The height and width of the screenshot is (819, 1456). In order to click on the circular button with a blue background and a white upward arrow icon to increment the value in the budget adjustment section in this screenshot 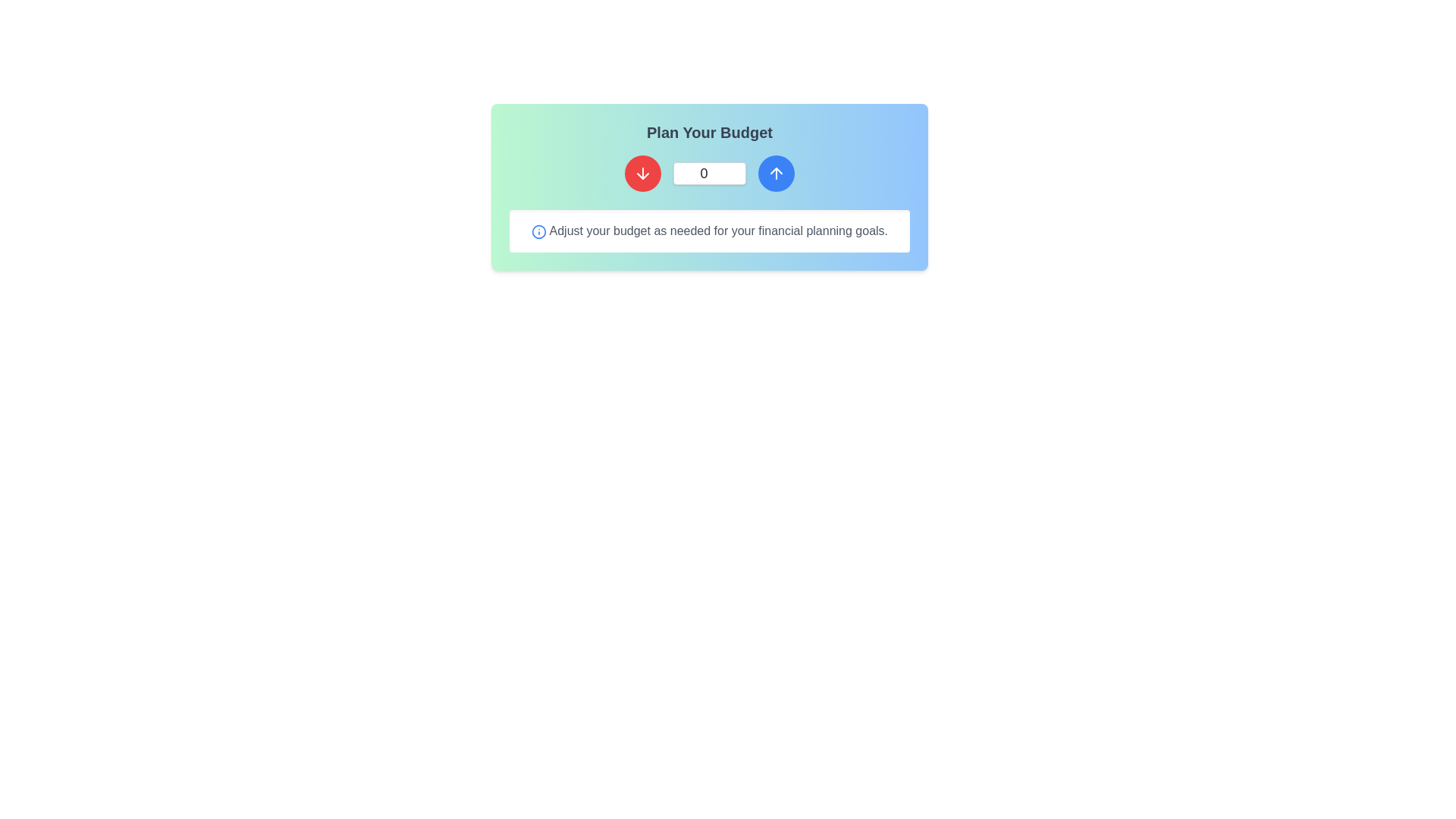, I will do `click(776, 172)`.